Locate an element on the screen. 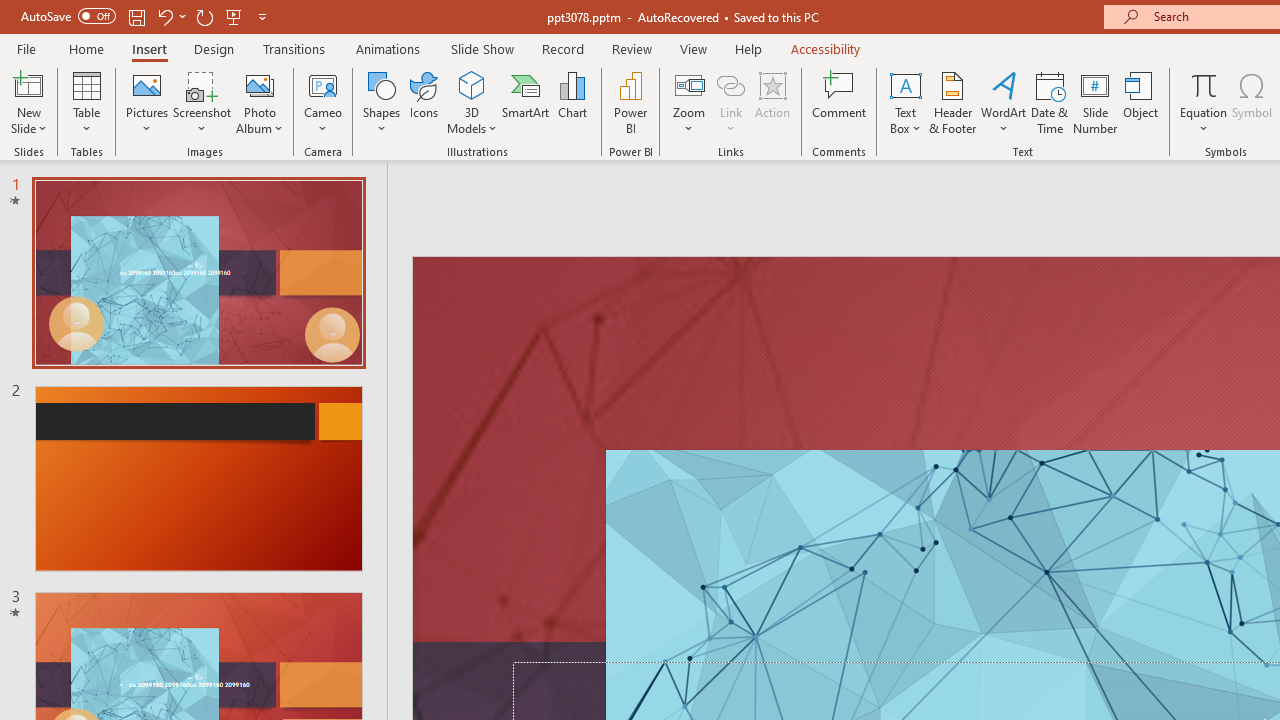  'Photo Album...' is located at coordinates (258, 103).